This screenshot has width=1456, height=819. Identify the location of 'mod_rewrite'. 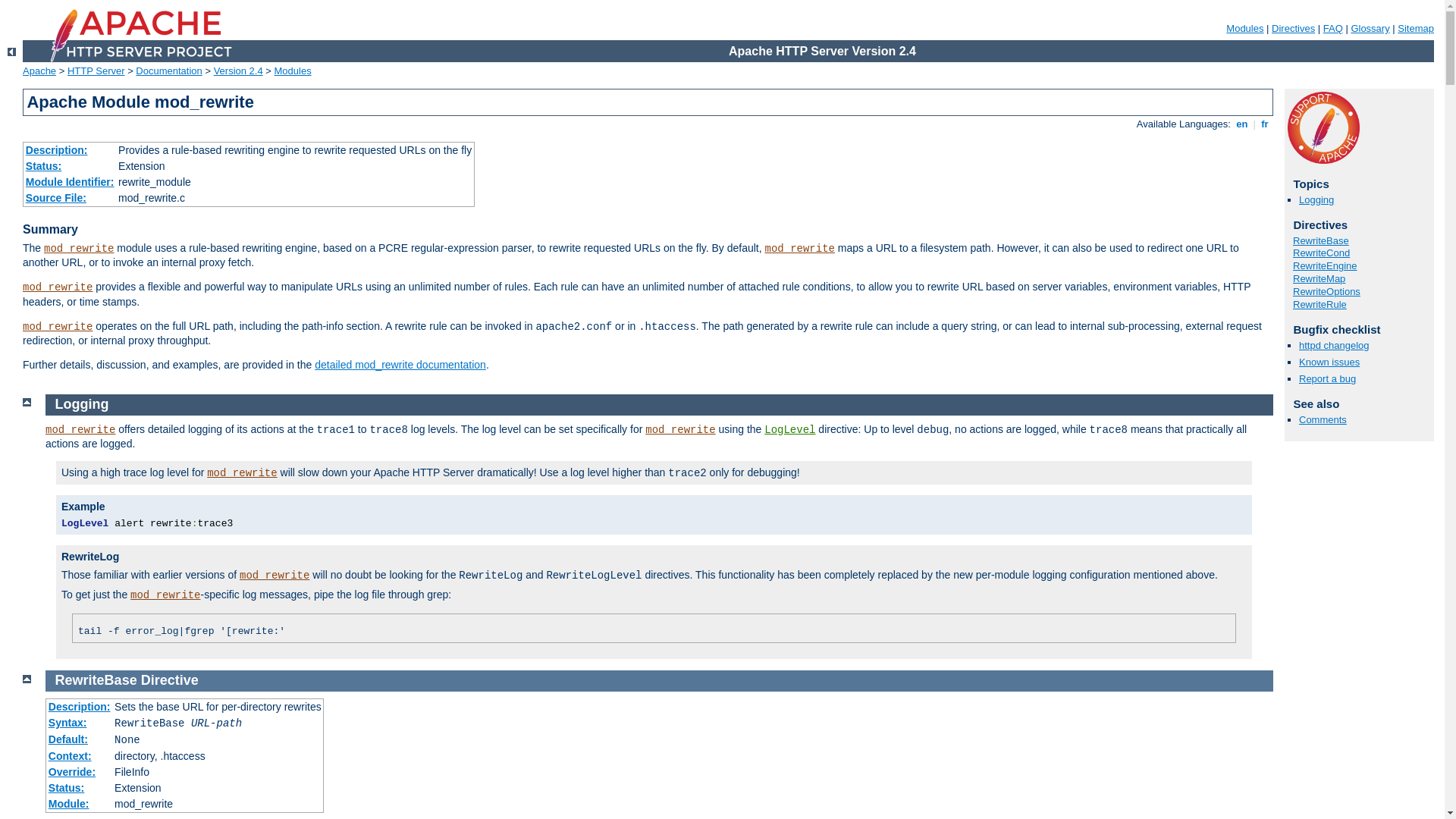
(274, 576).